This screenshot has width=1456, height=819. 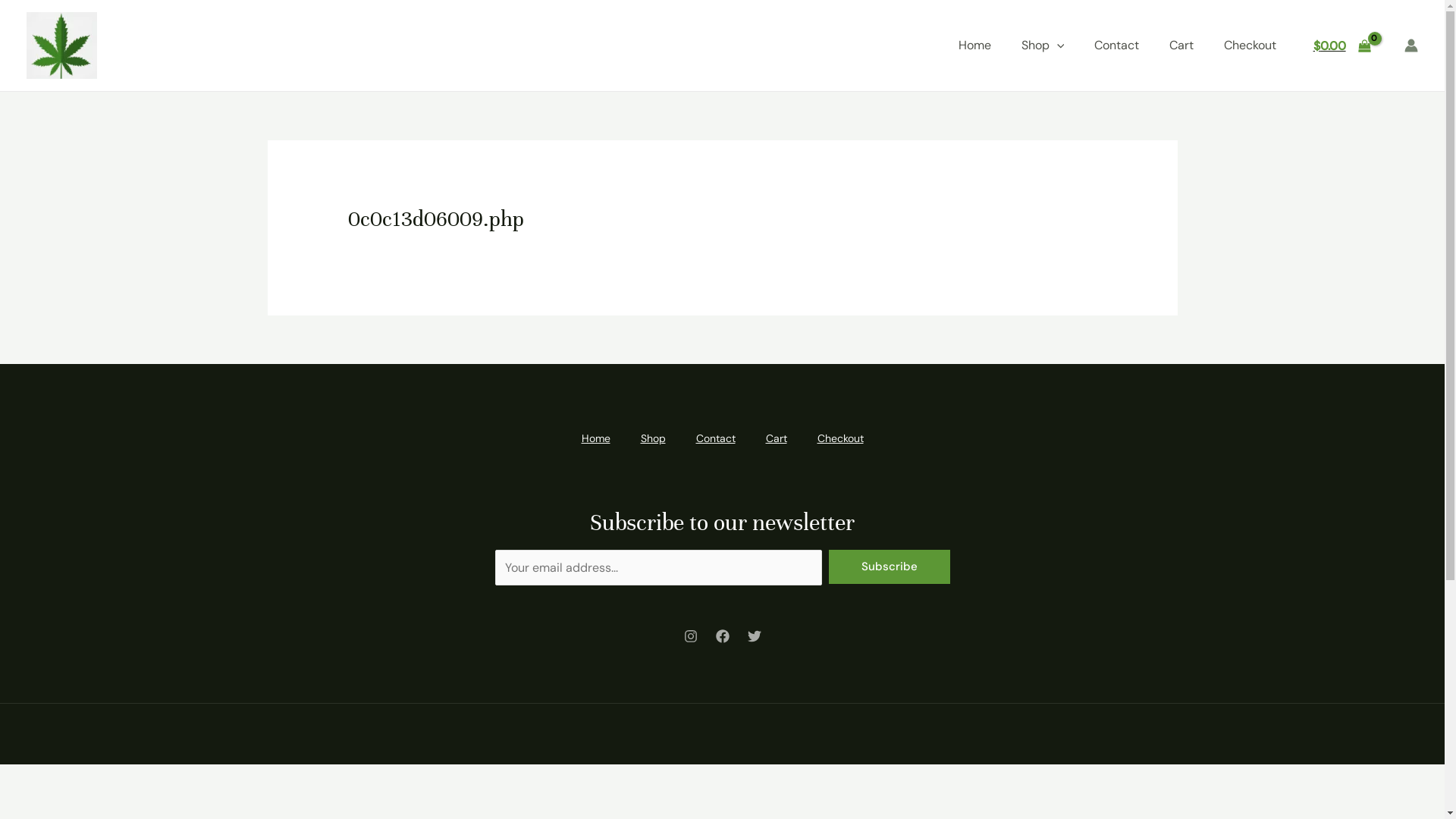 I want to click on 'Checkout', so click(x=1250, y=45).